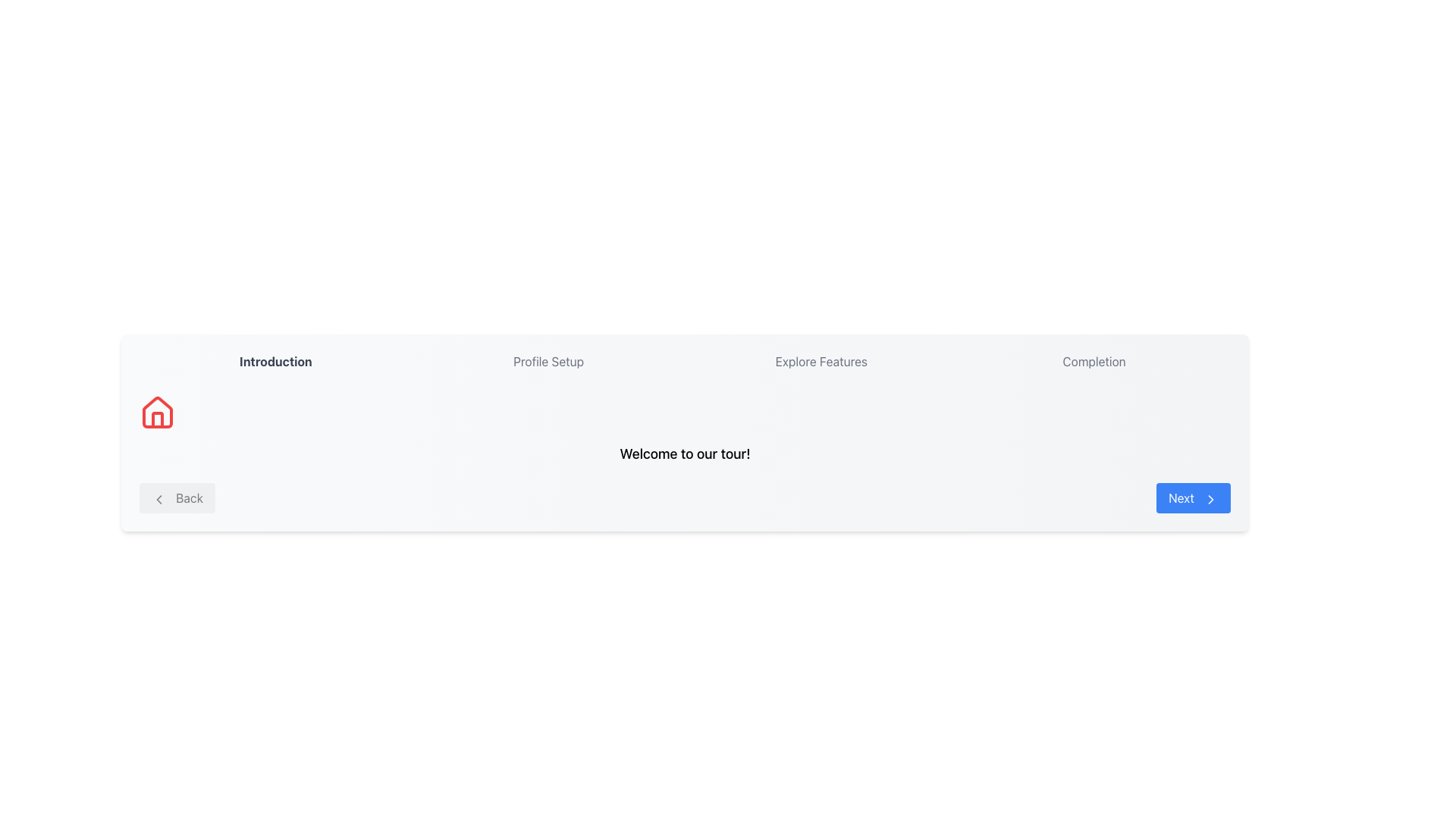 This screenshot has width=1456, height=819. Describe the element at coordinates (1094, 362) in the screenshot. I see `the 'Completion' label which indicates the final step in the multi-step navigation interface` at that location.